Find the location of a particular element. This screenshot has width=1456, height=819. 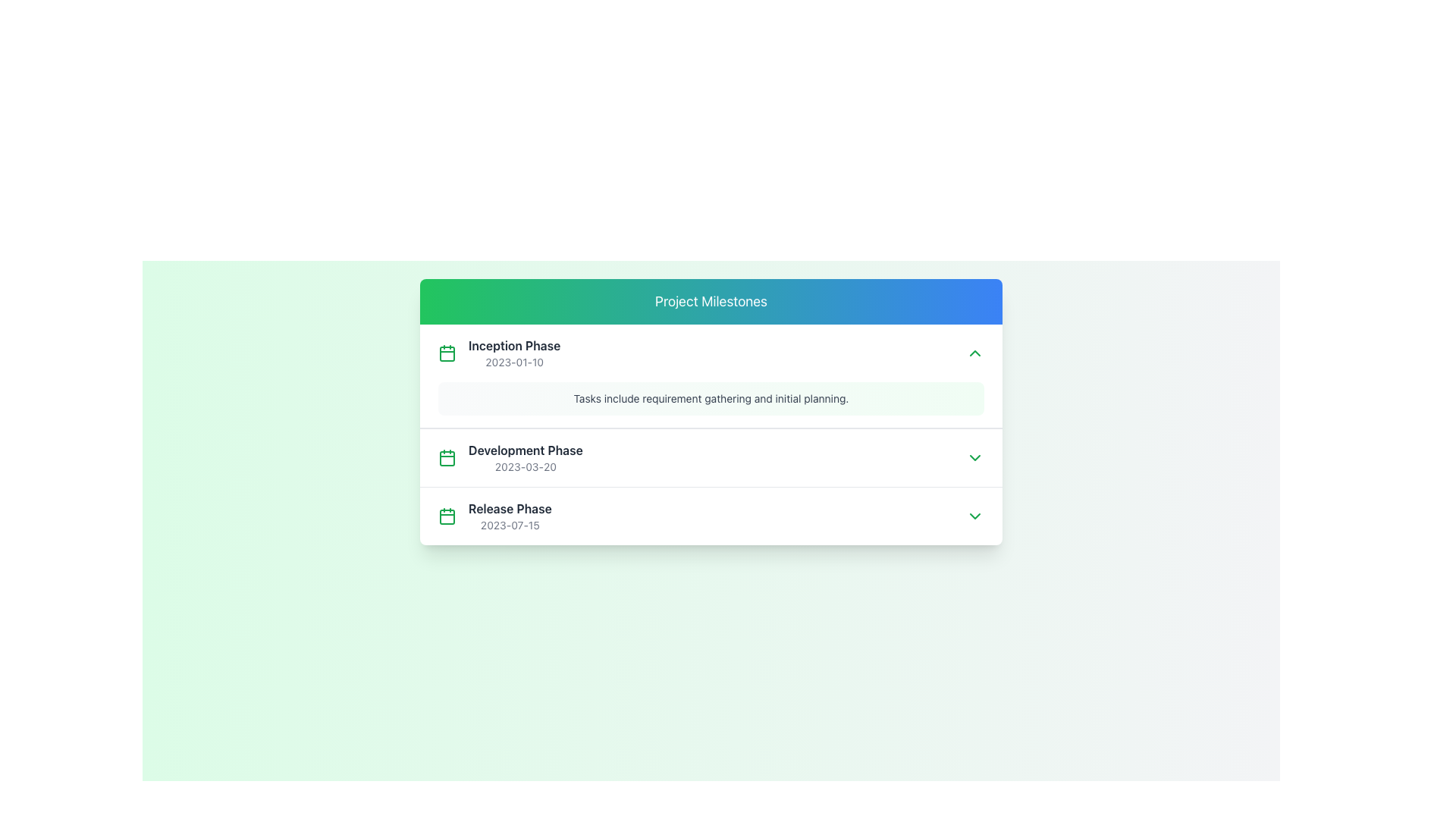

the calendar icon with a green outline located to the left of the 'Release Phase' title in the milestones list is located at coordinates (447, 516).